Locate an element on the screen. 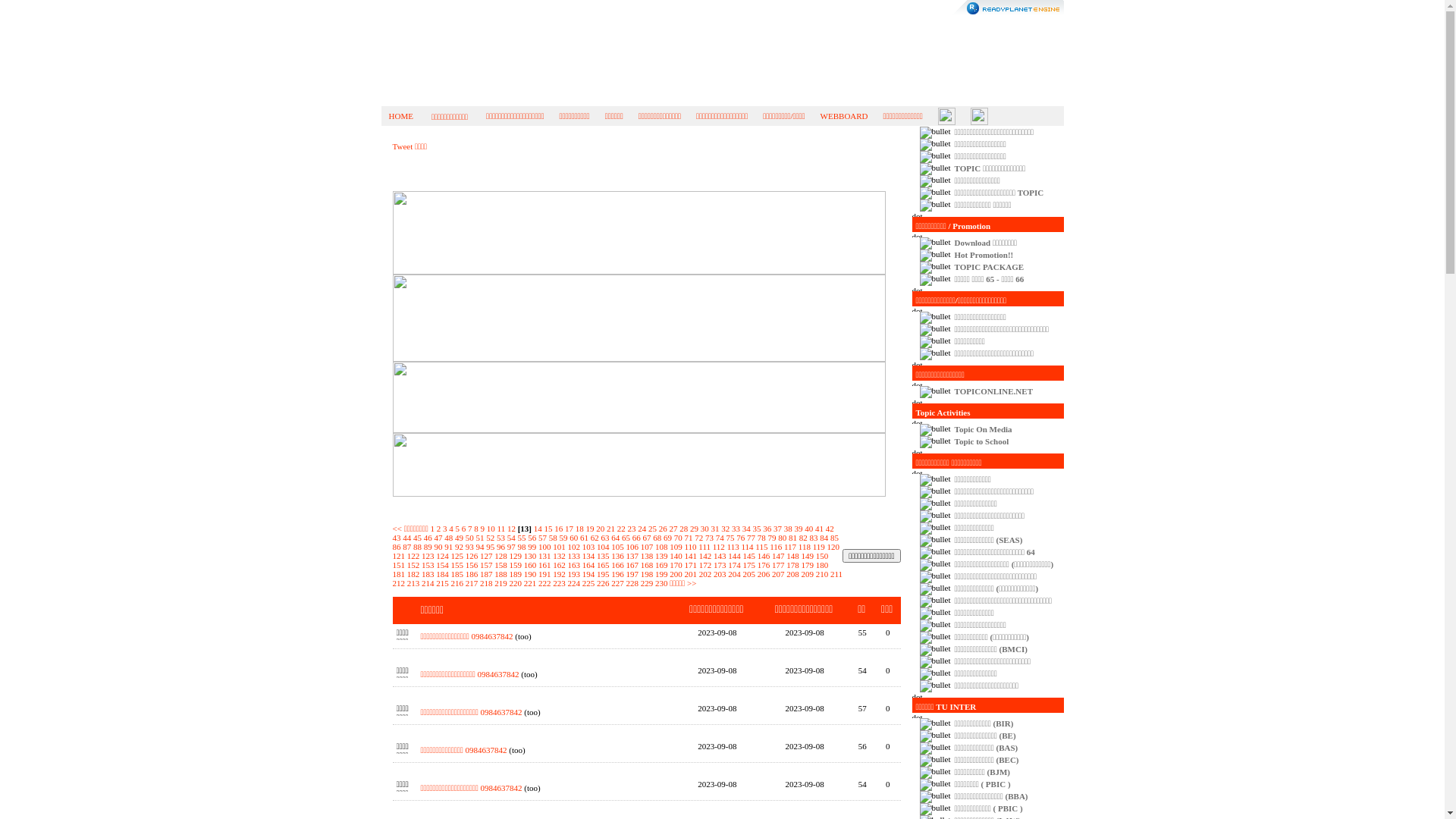 The width and height of the screenshot is (1456, 819). '192' is located at coordinates (558, 573).